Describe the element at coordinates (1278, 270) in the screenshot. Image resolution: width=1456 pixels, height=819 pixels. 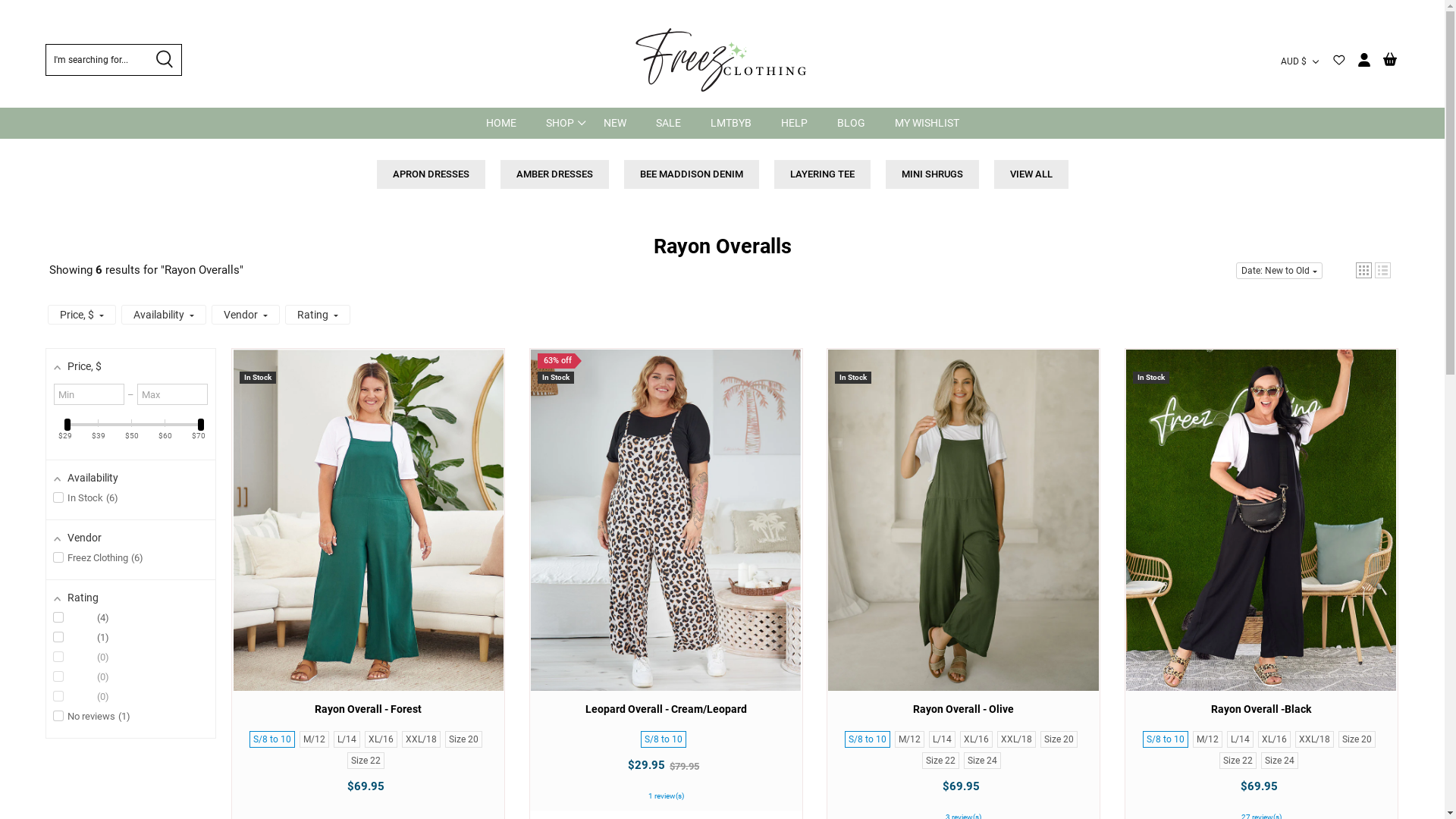
I see `'Date: New to Old'` at that location.